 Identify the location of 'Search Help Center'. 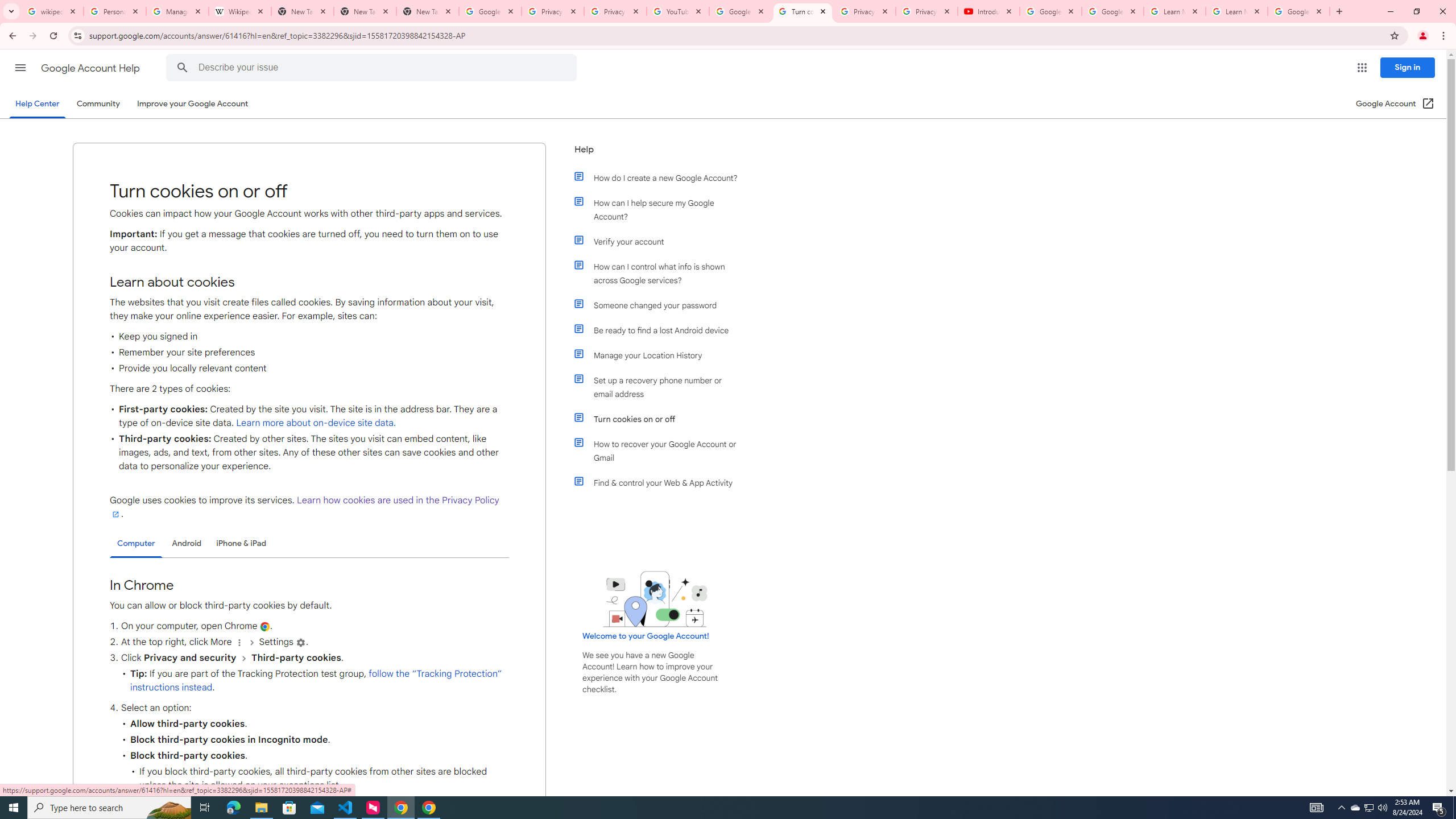
(181, 67).